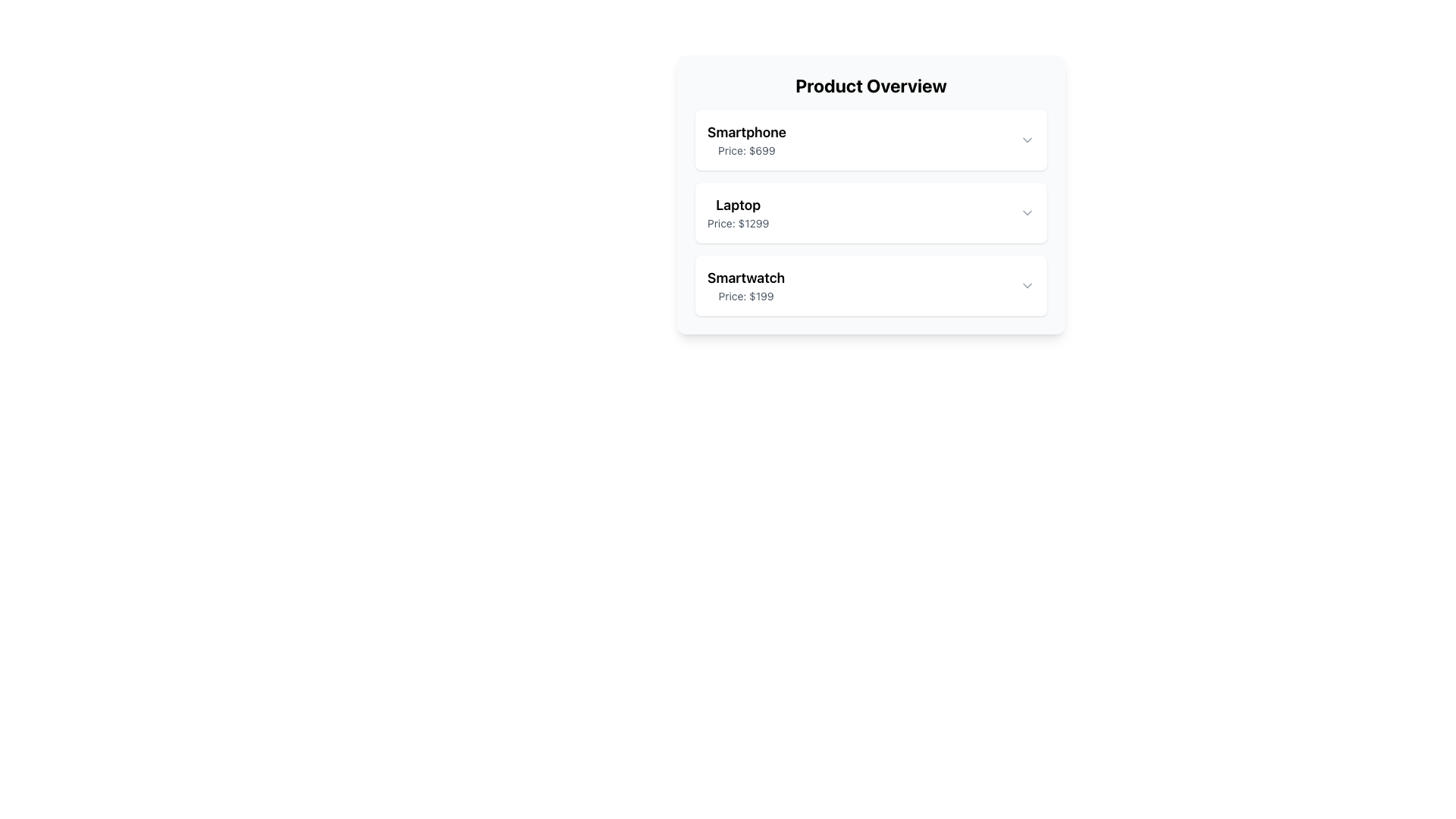  What do you see at coordinates (746, 278) in the screenshot?
I see `the text label displaying 'Smartwatch', which is the first line of text in the third product card under 'Product Overview'` at bounding box center [746, 278].